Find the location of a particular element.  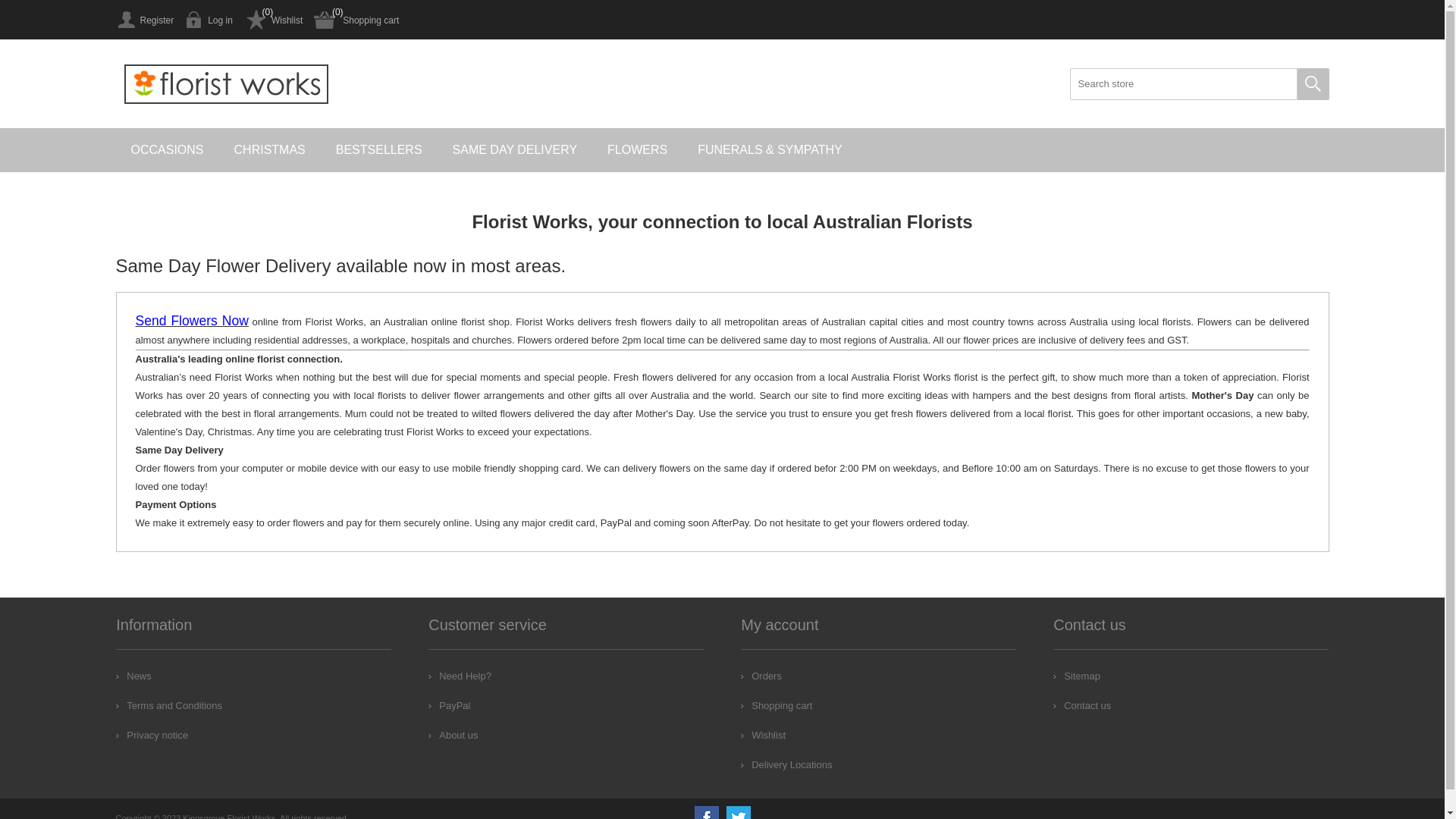

'Need Help?' is located at coordinates (428, 675).